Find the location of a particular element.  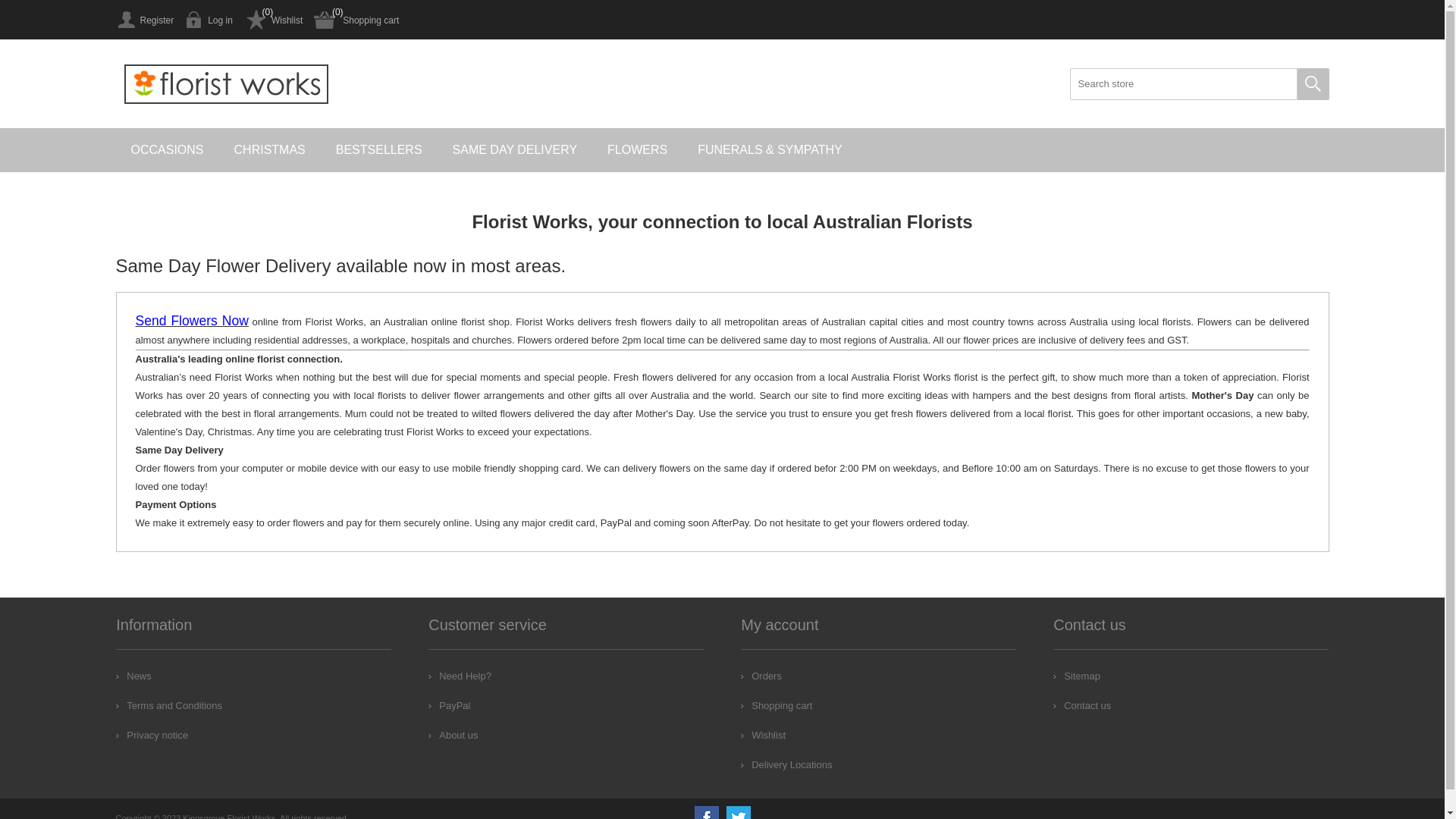

'Need Help?' is located at coordinates (428, 675).